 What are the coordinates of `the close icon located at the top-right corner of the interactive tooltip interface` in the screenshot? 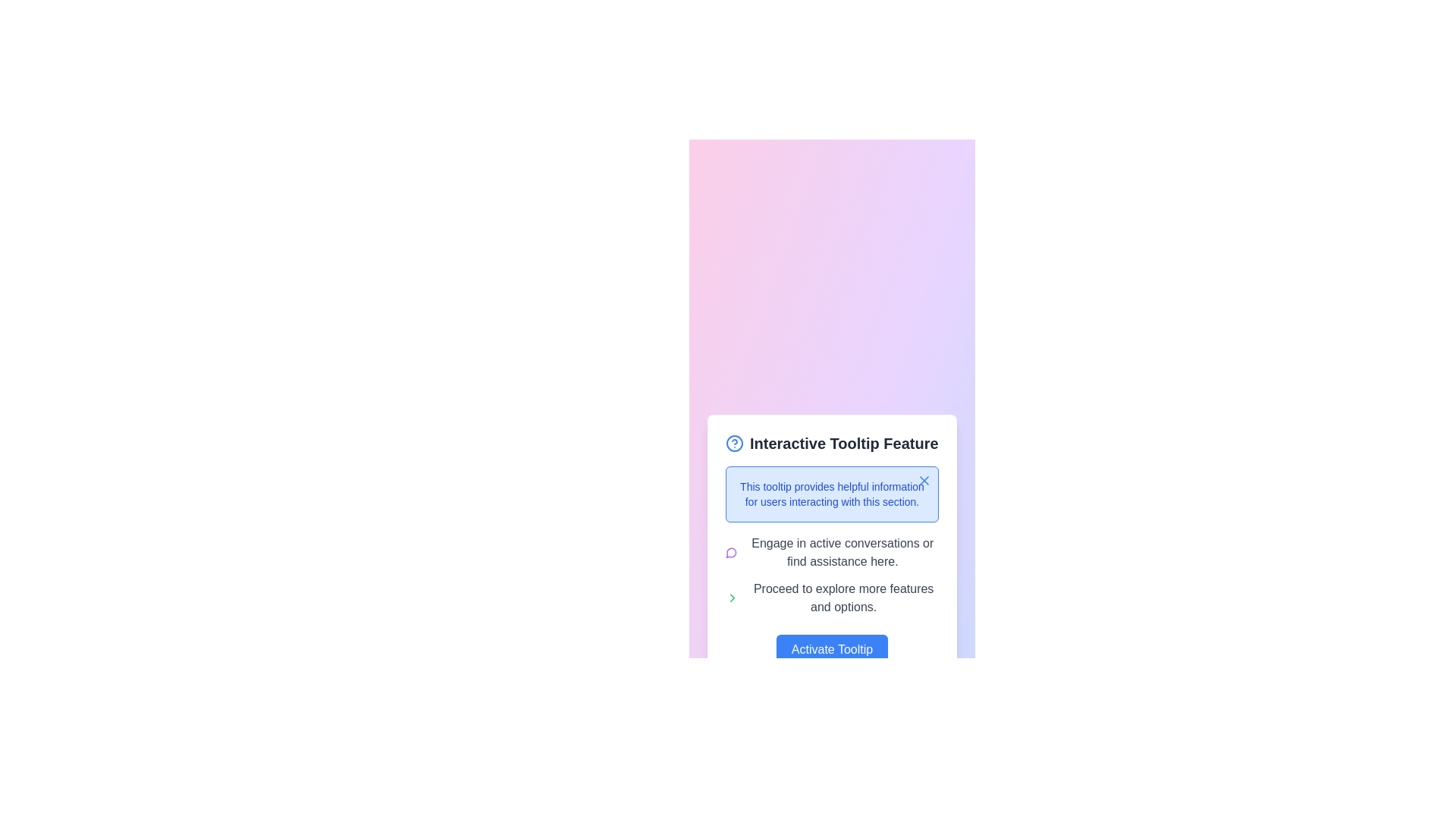 It's located at (924, 480).